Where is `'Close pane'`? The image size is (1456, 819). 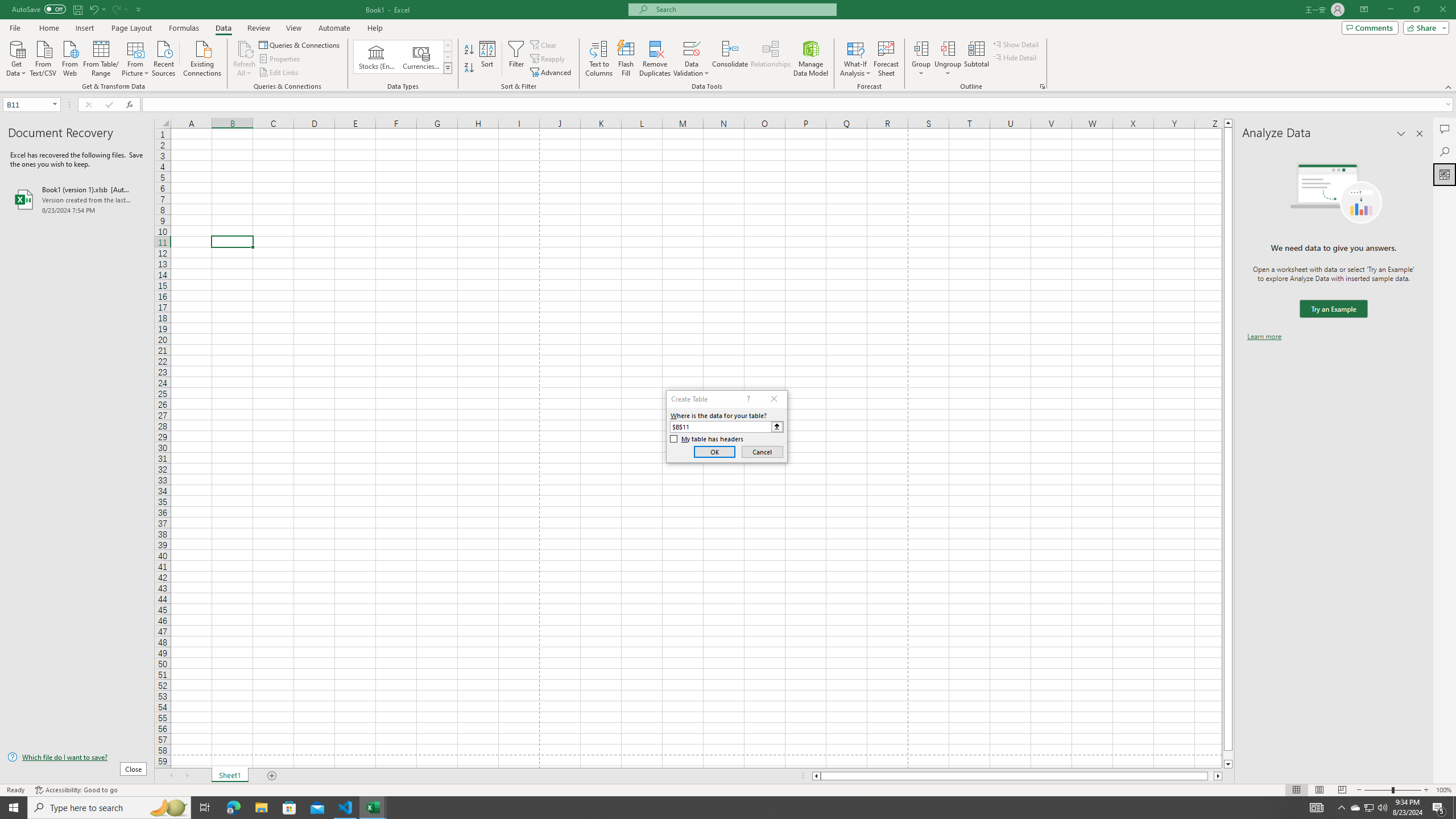
'Close pane' is located at coordinates (1419, 133).